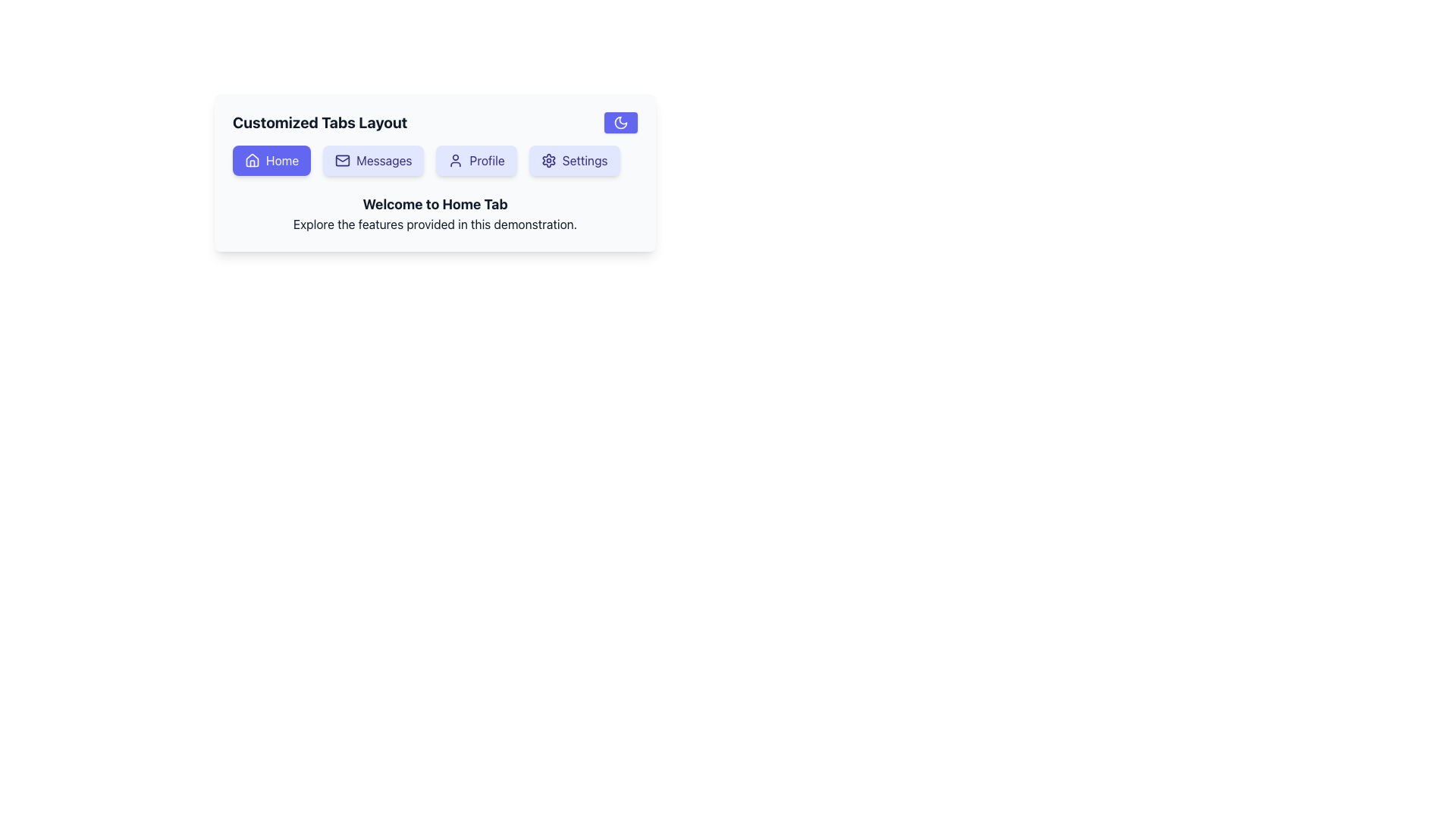  I want to click on the button containing the 'Profile' text label, which is the third item in the navigation bar, so click(487, 161).